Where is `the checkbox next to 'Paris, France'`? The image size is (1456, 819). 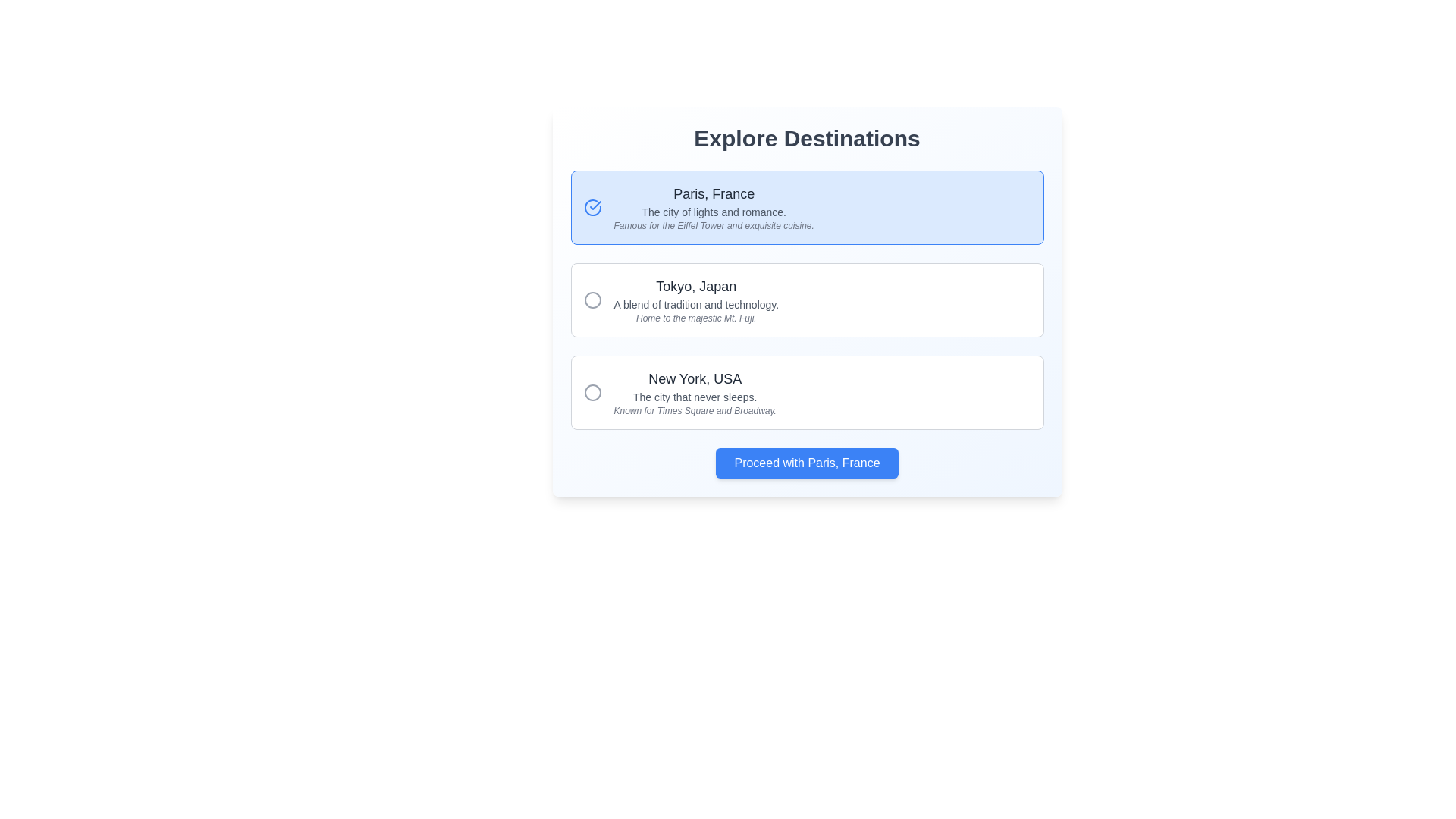 the checkbox next to 'Paris, France' is located at coordinates (806, 207).